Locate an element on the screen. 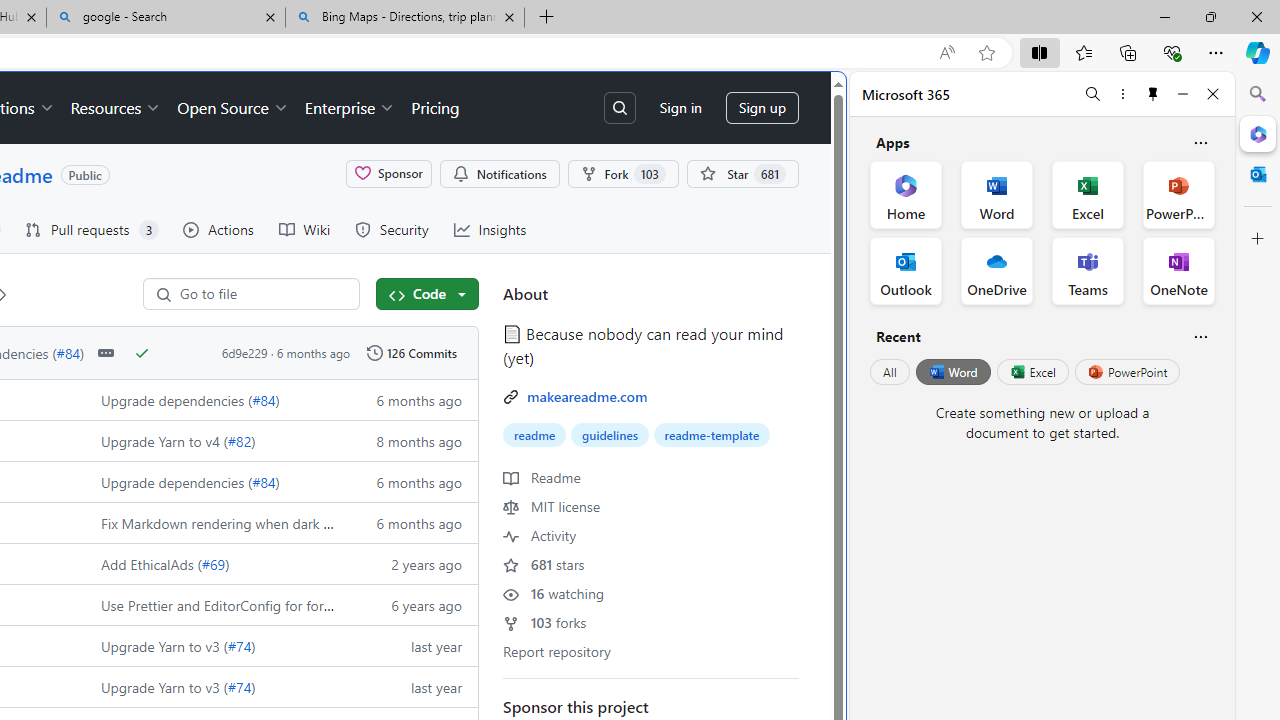 Image resolution: width=1280 pixels, height=720 pixels. 'Report repository' is located at coordinates (556, 650).